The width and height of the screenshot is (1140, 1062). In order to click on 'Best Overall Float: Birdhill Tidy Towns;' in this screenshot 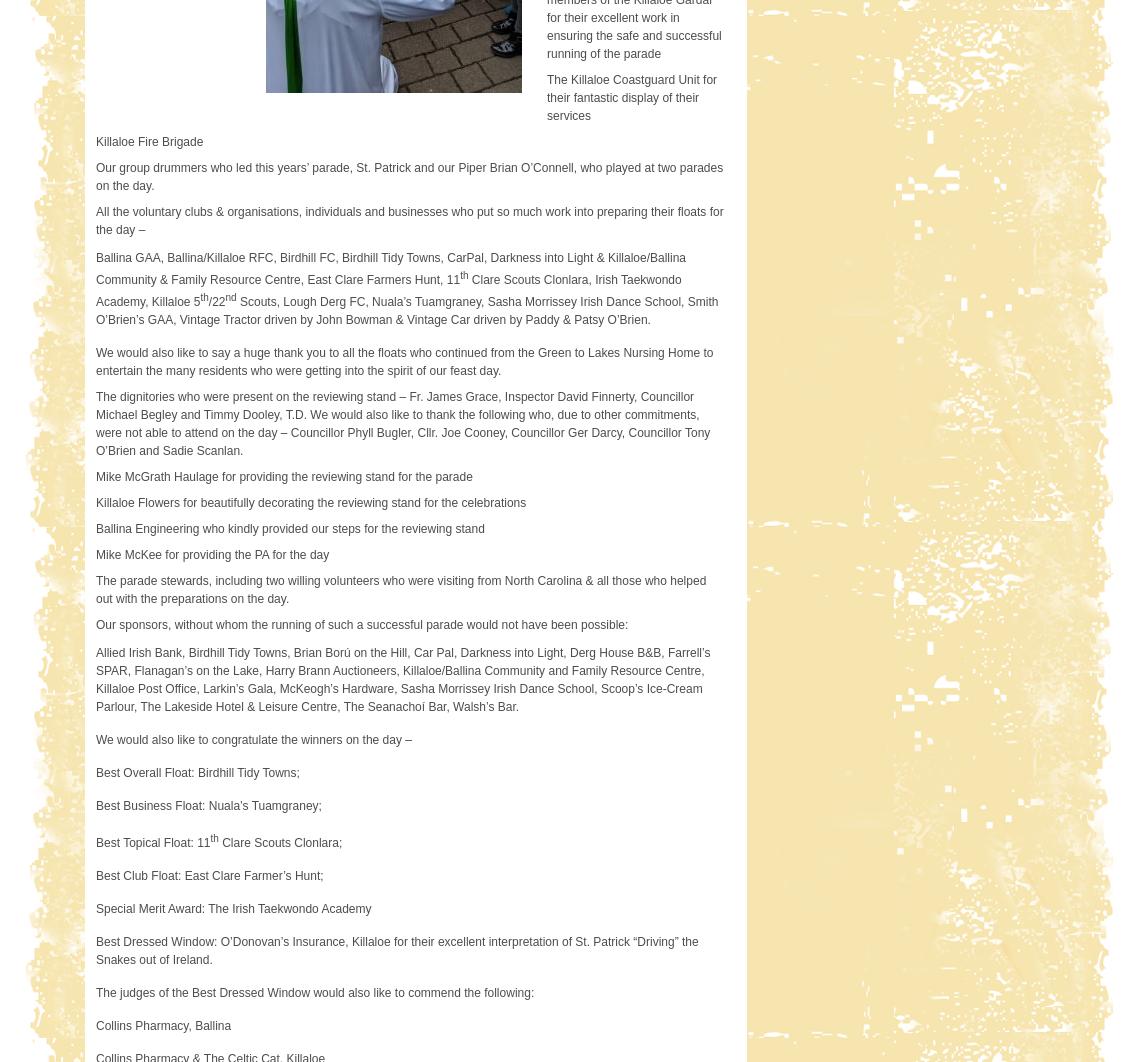, I will do `click(94, 771)`.